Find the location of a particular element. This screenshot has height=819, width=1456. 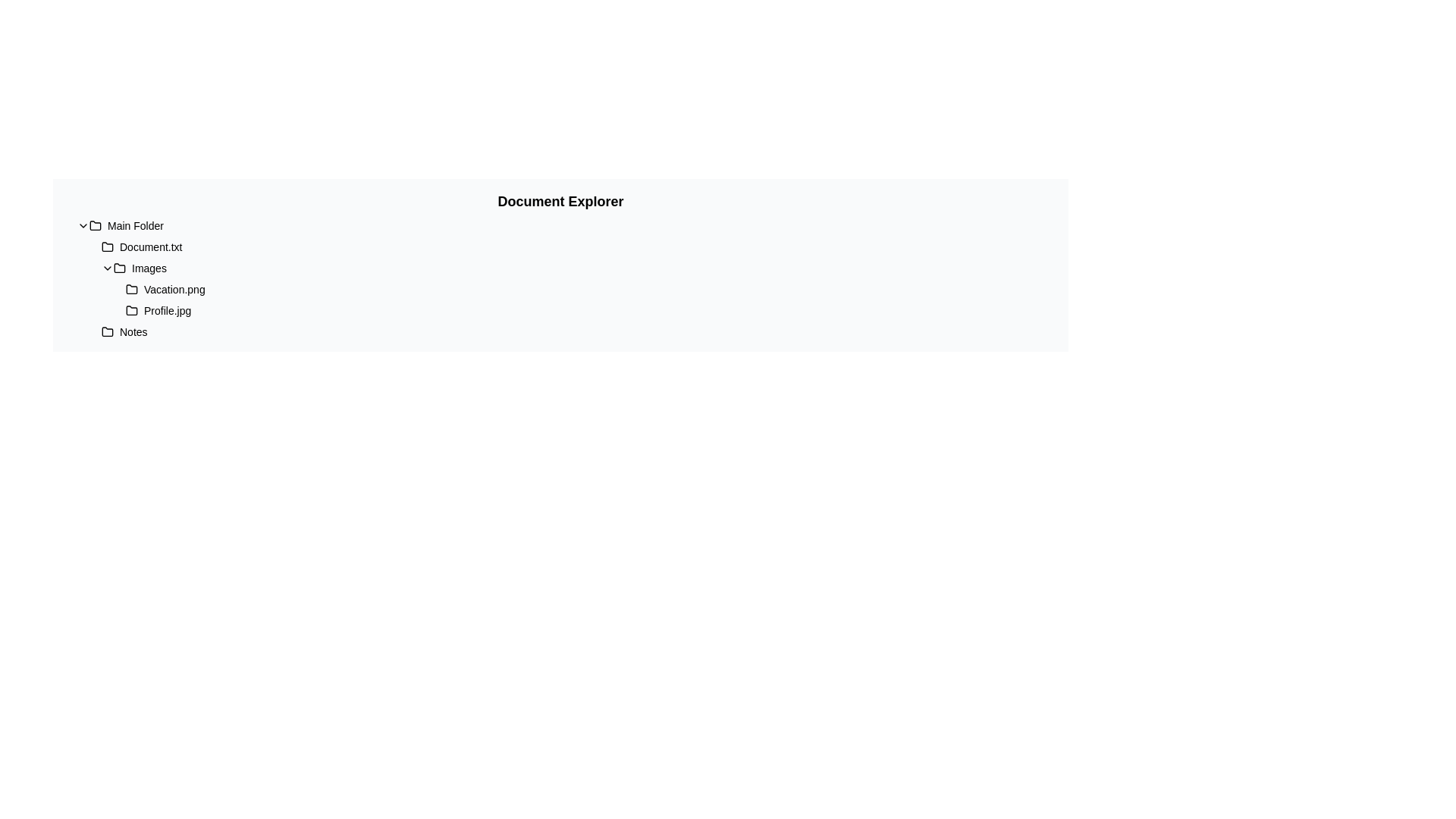

the text label 'Vacation.png' is located at coordinates (174, 289).